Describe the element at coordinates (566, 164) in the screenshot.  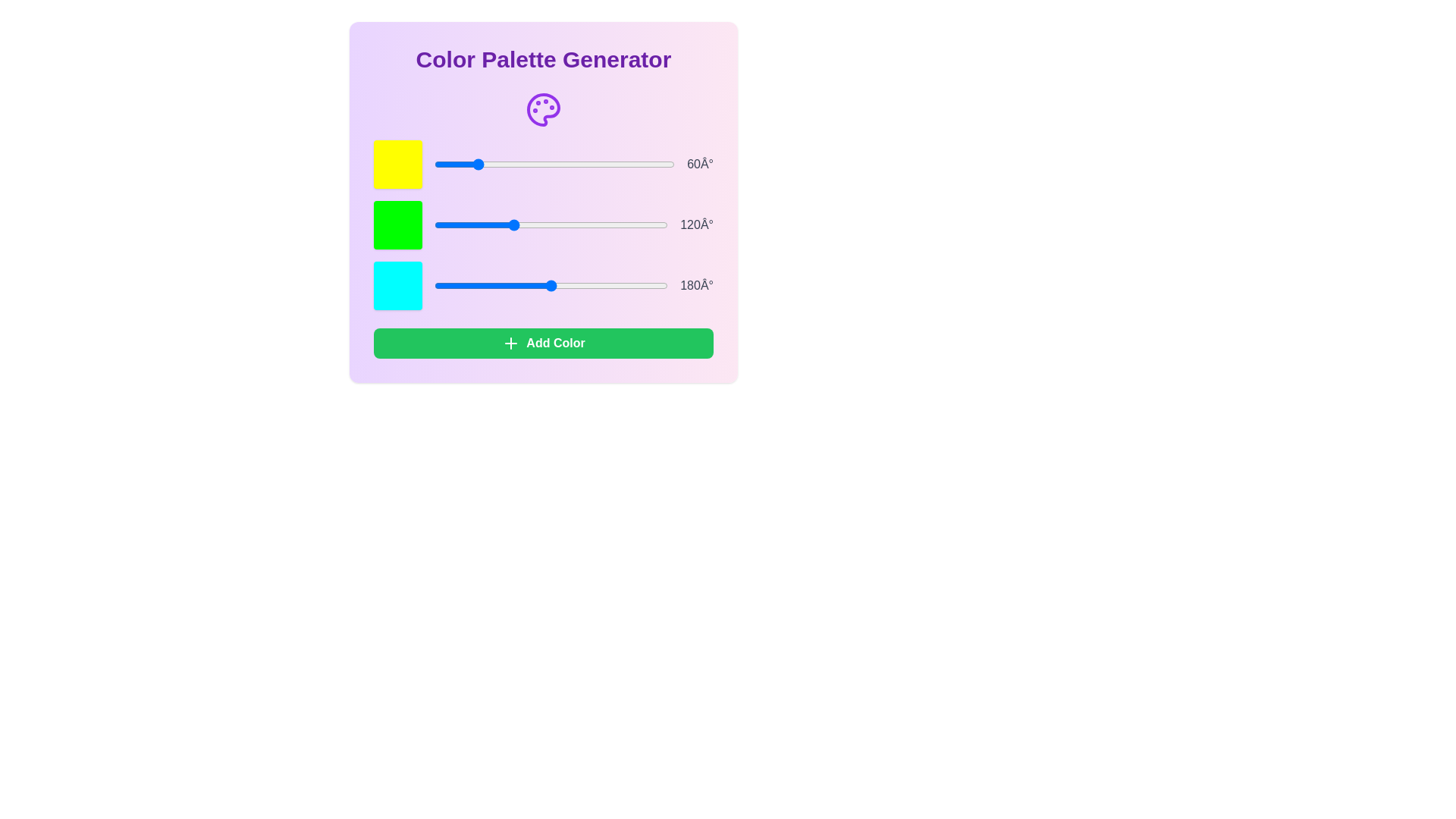
I see `the color slider to set the hue to 198` at that location.